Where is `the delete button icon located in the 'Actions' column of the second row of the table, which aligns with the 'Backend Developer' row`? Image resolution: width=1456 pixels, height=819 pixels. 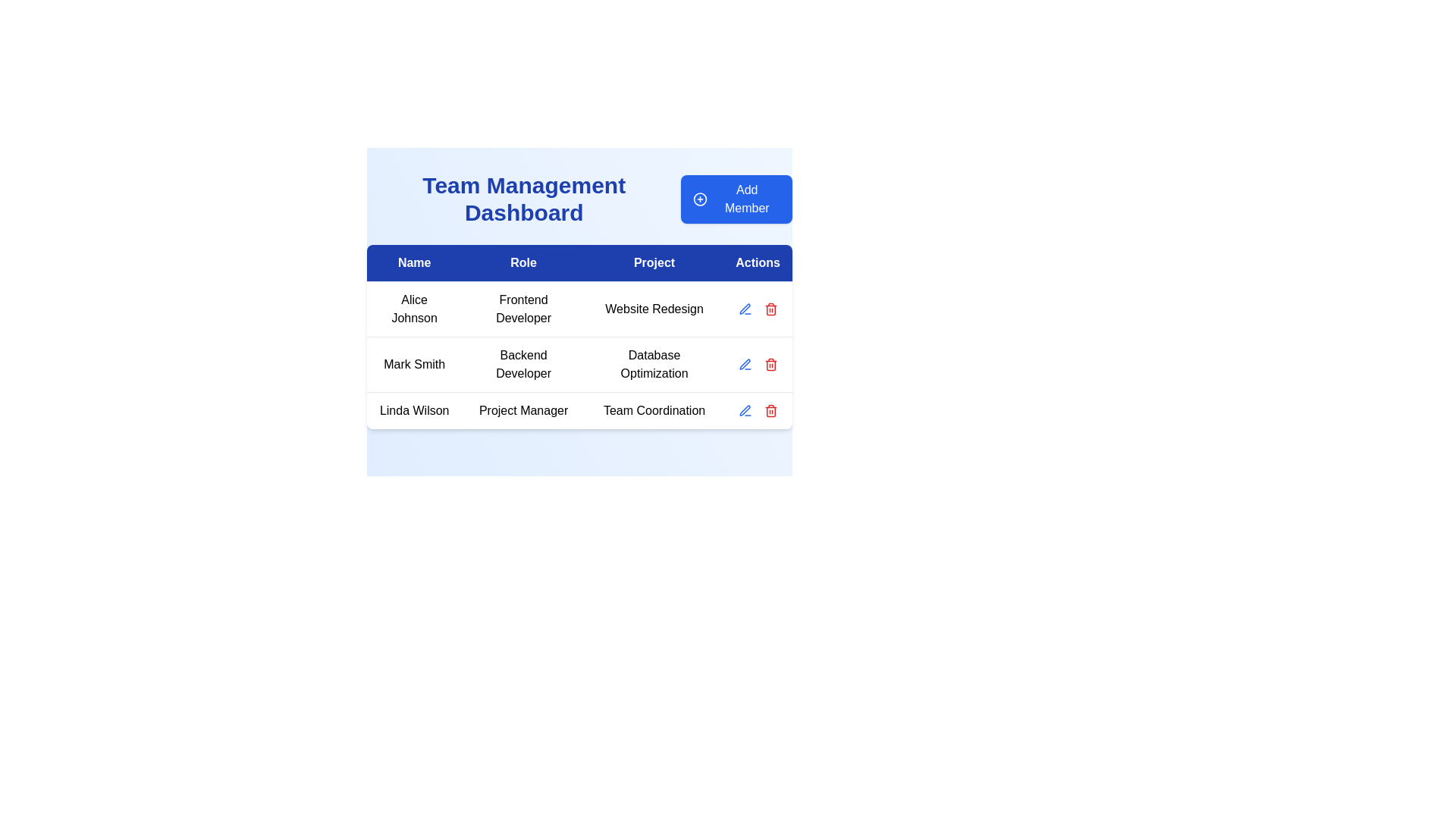
the delete button icon located in the 'Actions' column of the second row of the table, which aligns with the 'Backend Developer' row is located at coordinates (770, 365).